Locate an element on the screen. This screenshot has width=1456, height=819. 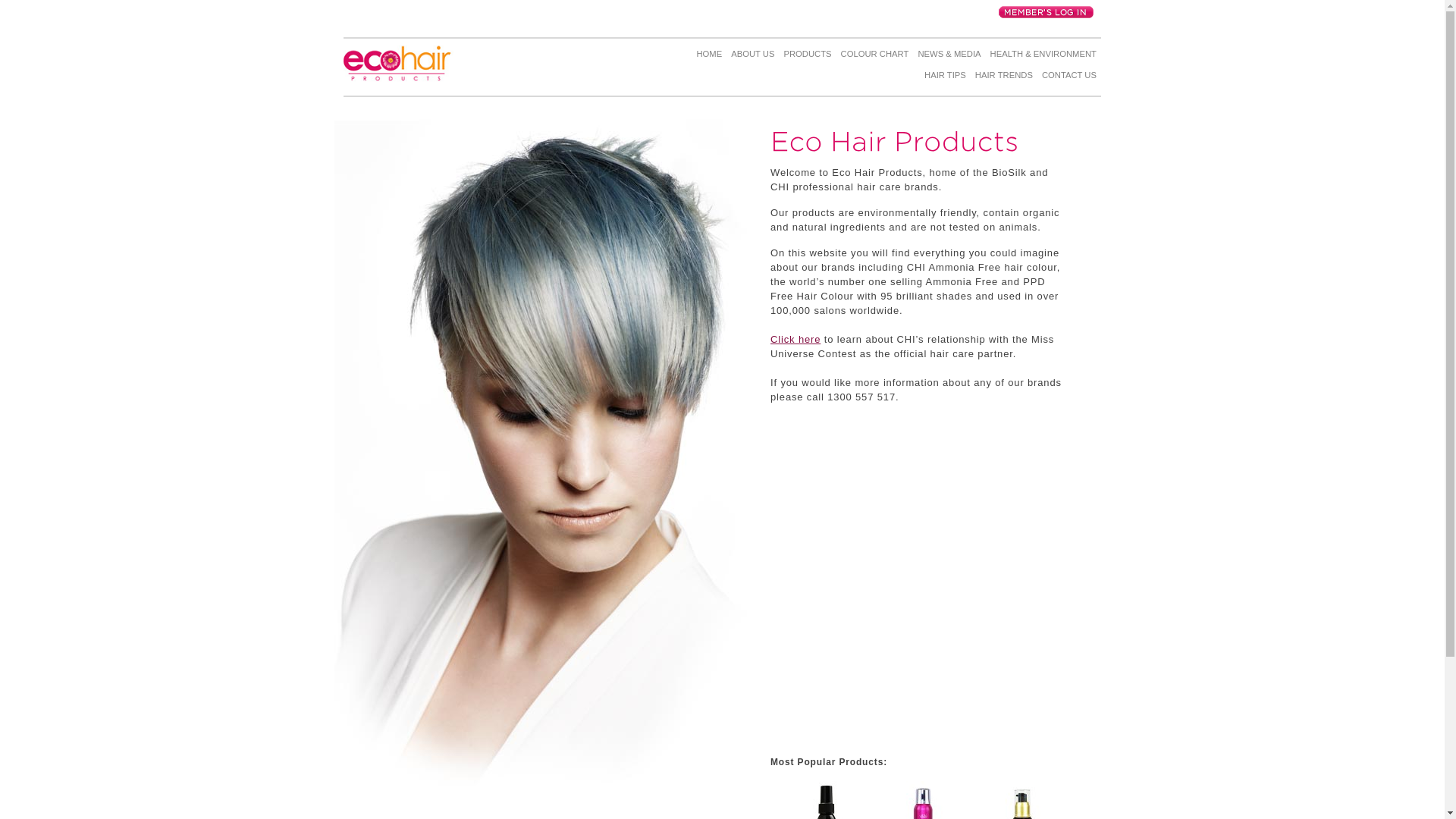
'HEALTH & ENVIRONMENT' is located at coordinates (1043, 55).